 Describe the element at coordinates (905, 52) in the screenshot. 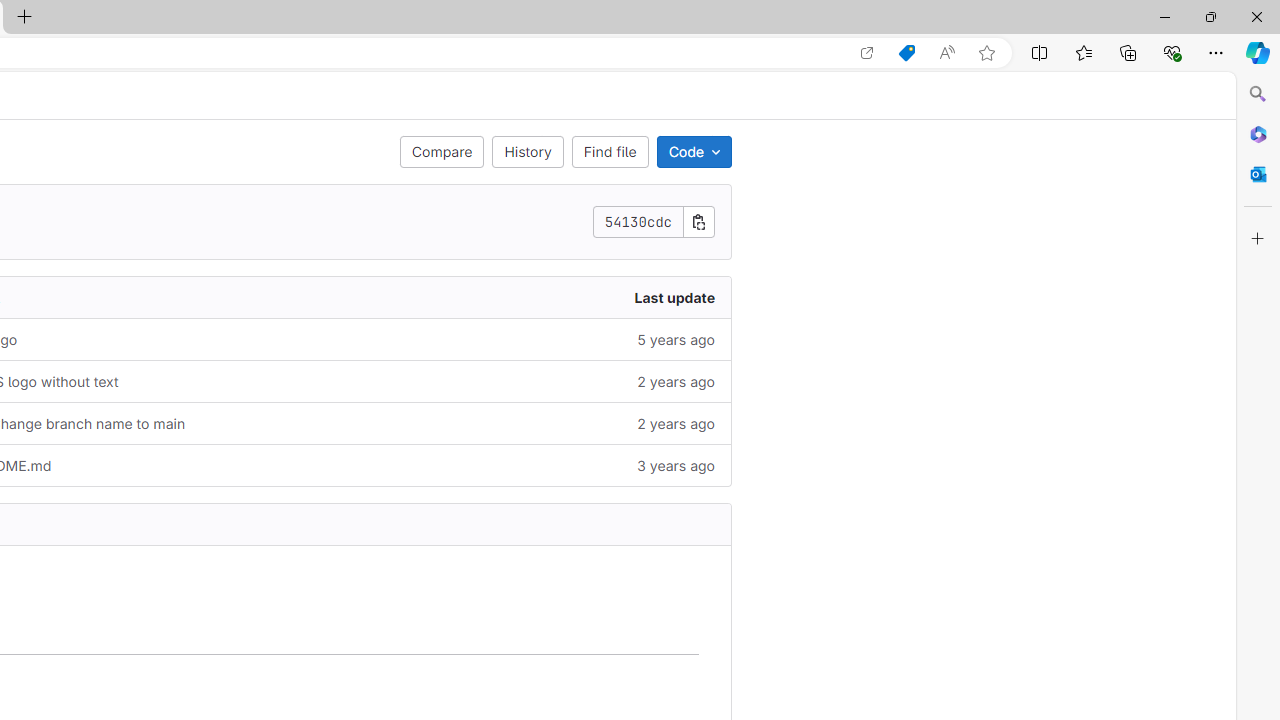

I see `'Shopping in Microsoft Edge'` at that location.